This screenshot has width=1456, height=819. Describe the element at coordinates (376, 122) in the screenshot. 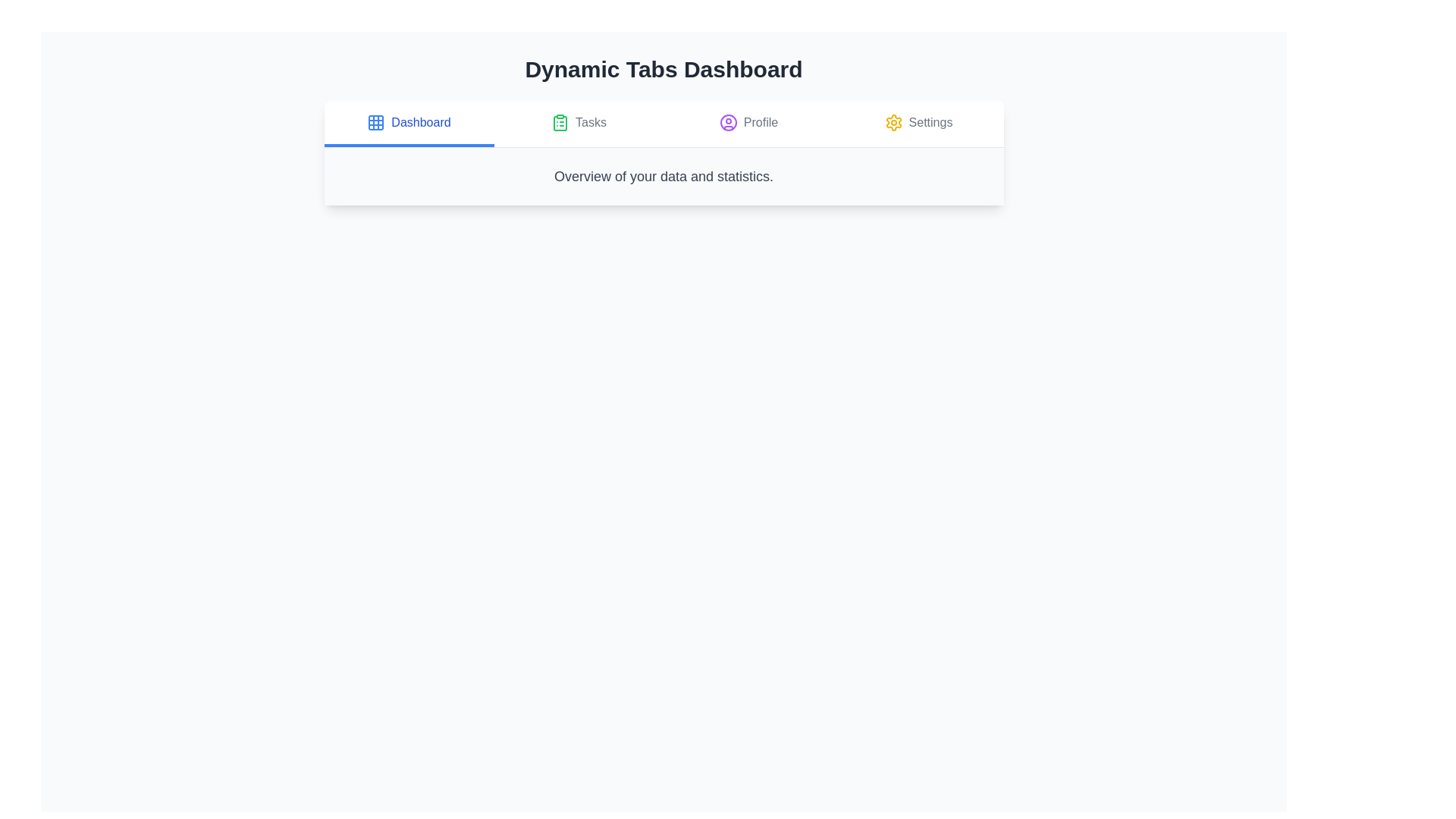

I see `the top-left corner icon of the 3x3 grid that represents the 'Dashboard' section in the navigation menu` at that location.